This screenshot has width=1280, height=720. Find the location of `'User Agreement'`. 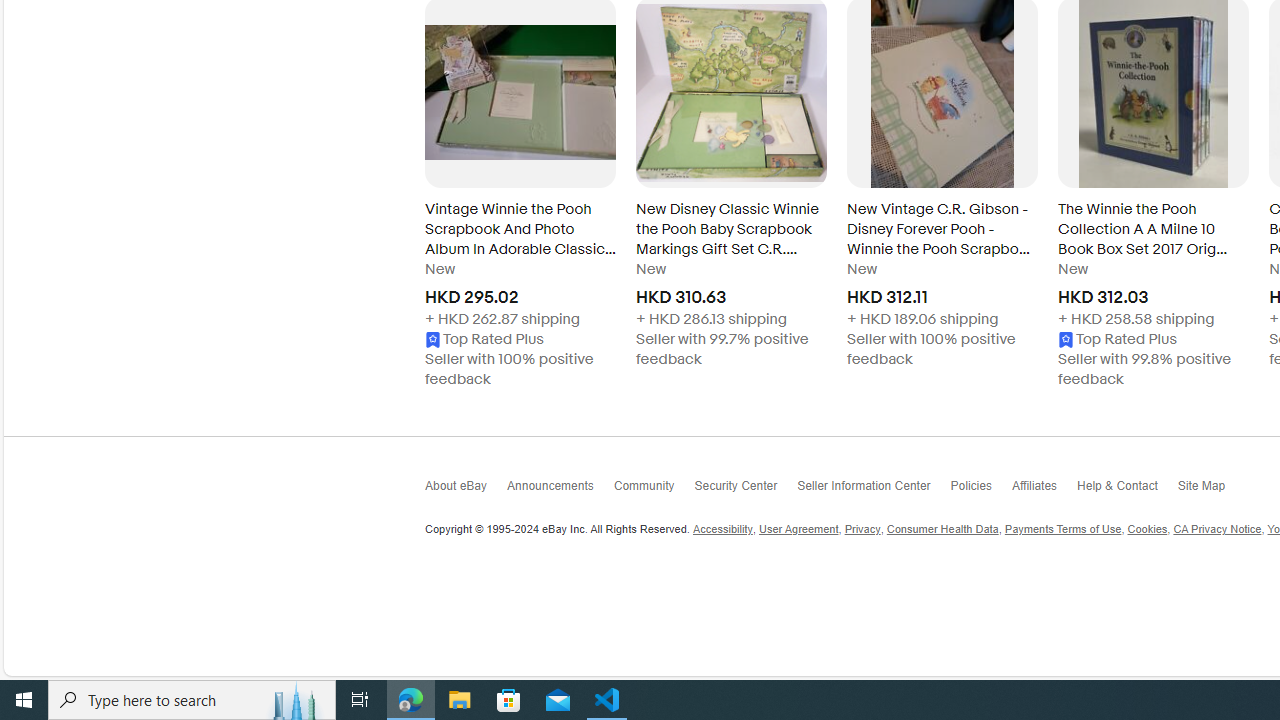

'User Agreement' is located at coordinates (797, 528).